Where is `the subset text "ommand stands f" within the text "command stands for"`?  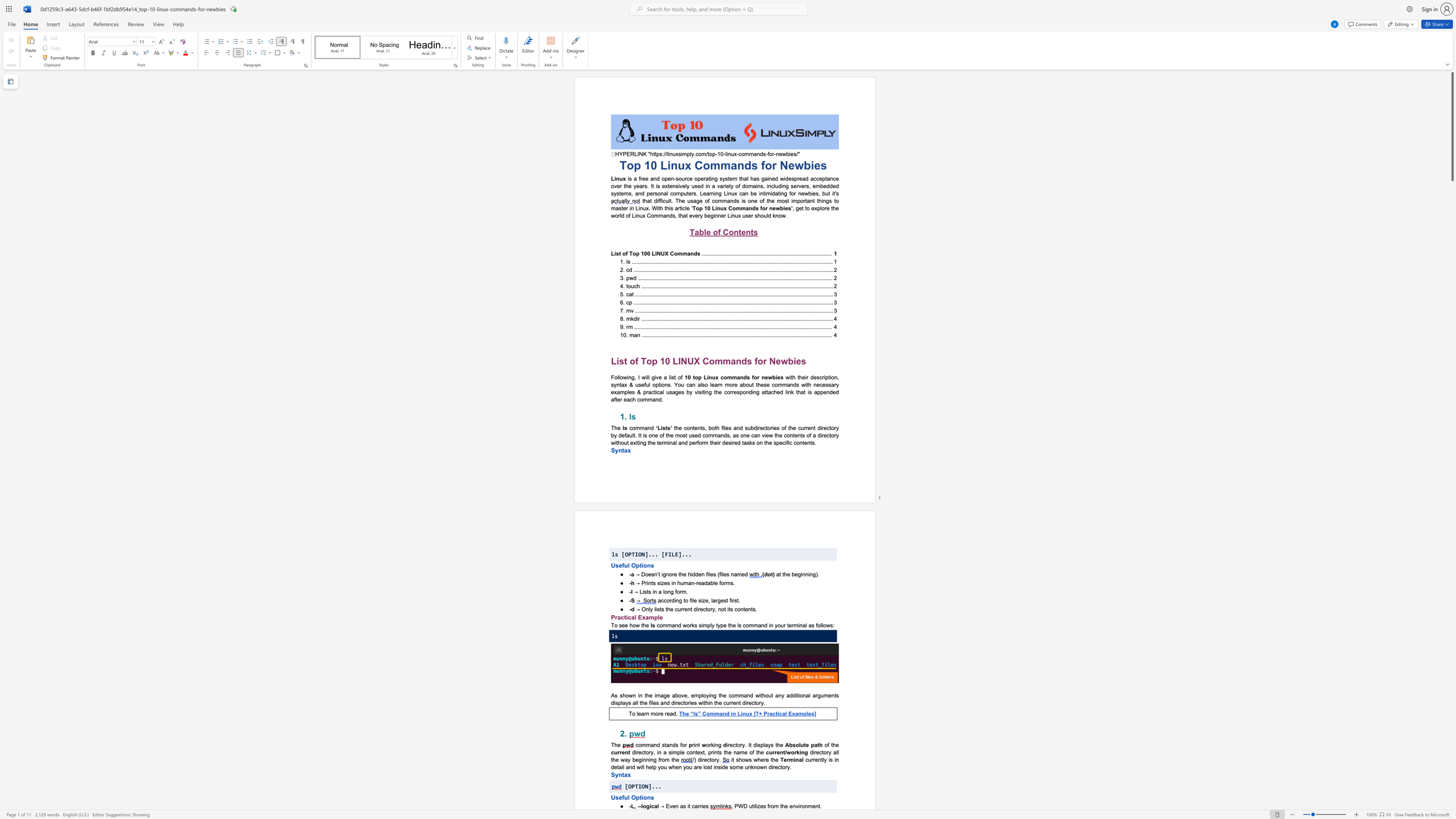
the subset text "ommand stands f" within the text "command stands for" is located at coordinates (638, 744).